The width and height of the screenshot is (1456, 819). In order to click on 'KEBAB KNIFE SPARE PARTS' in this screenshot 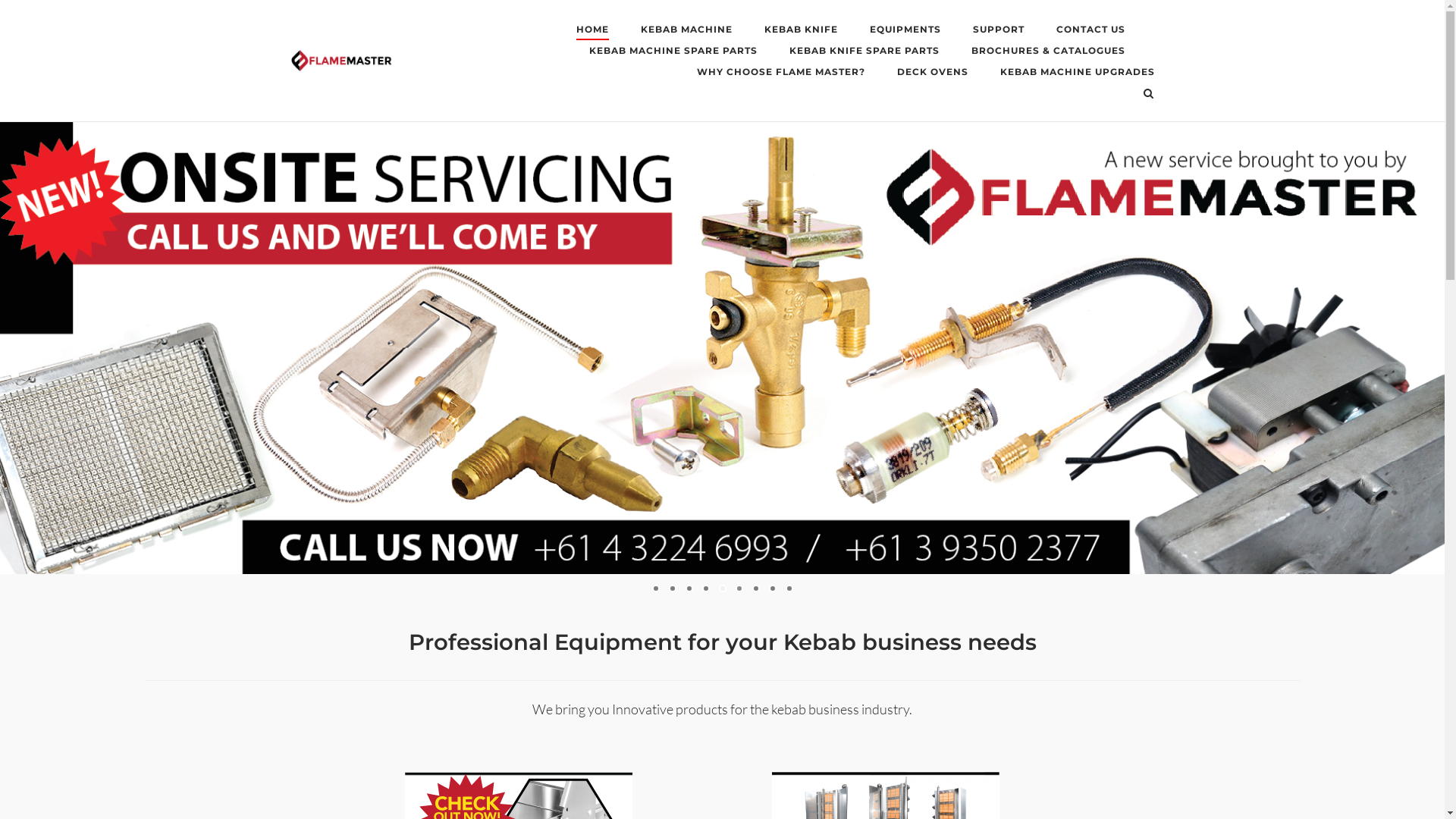, I will do `click(863, 52)`.